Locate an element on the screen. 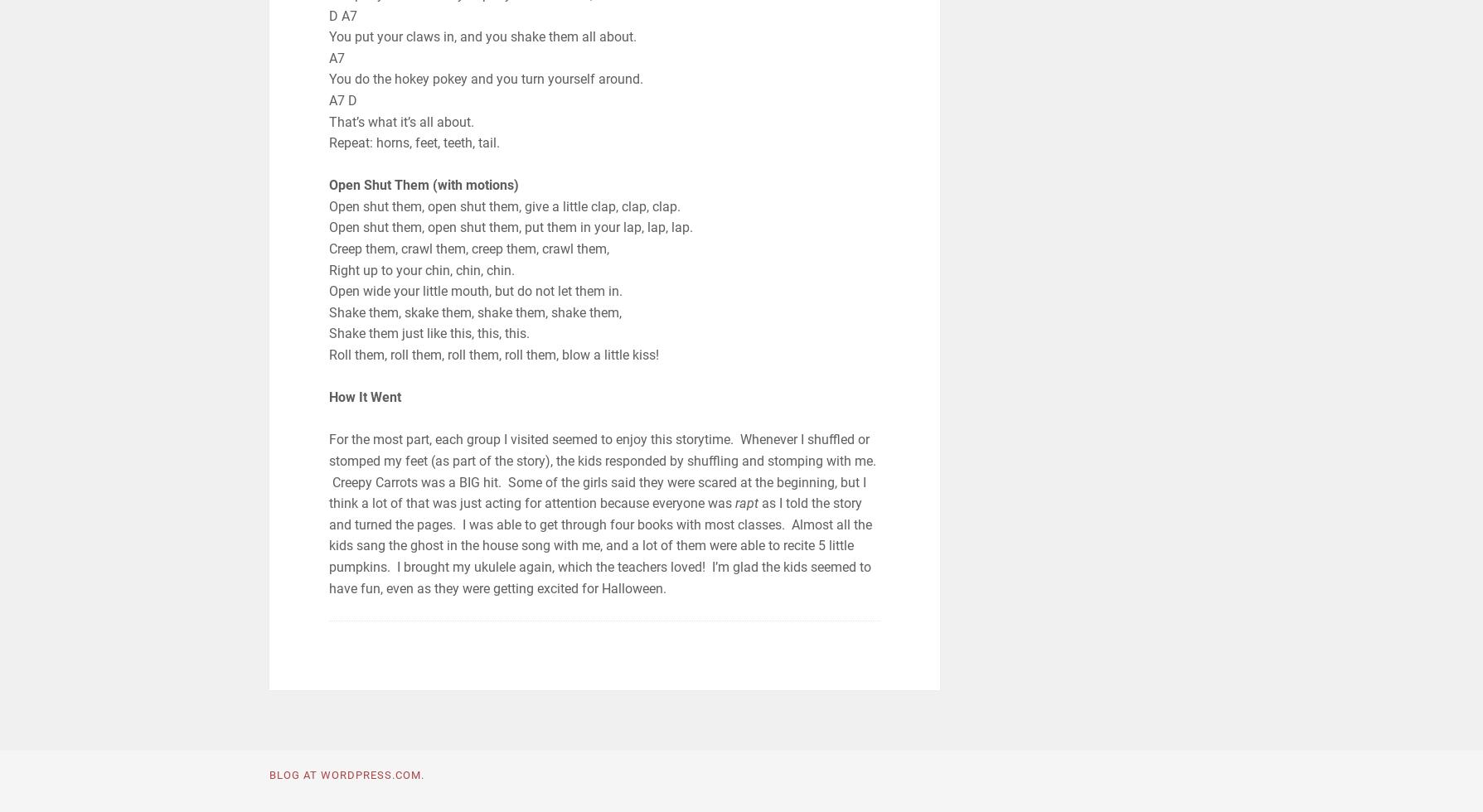 This screenshot has width=1483, height=812. 'For the most part, each group I visited seemed to enjoy this storytime.  Whenever I shuffled or stomped my feet (as part of the story), the kids responded by shuffling and stomping with me.  Creepy Carrots was a BIG hit.  Some of the girls said they were scared at the beginning, but I think a lot of that was just acting for attention because everyone was' is located at coordinates (601, 471).